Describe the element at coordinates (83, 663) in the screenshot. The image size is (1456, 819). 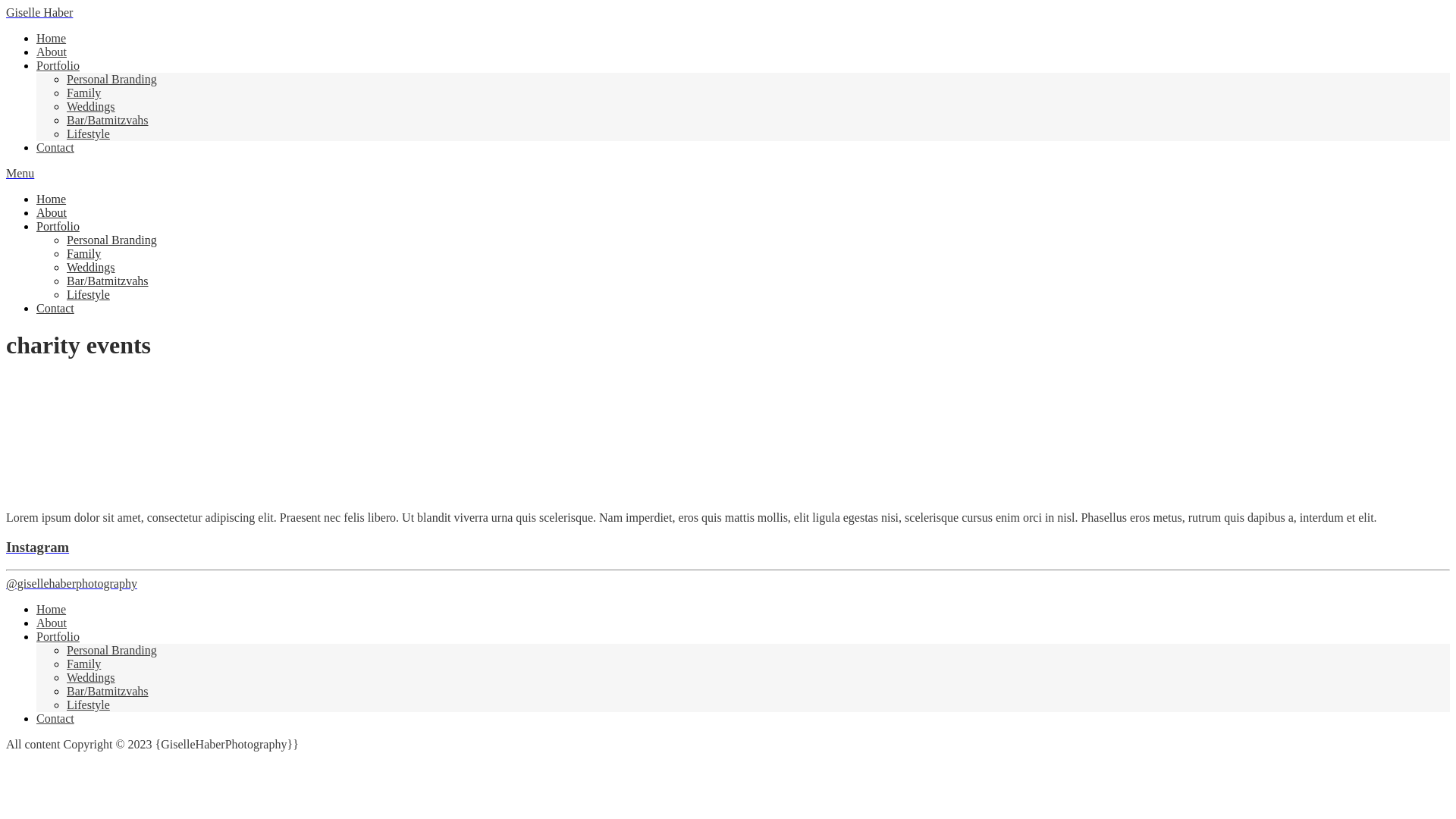
I see `'Family'` at that location.